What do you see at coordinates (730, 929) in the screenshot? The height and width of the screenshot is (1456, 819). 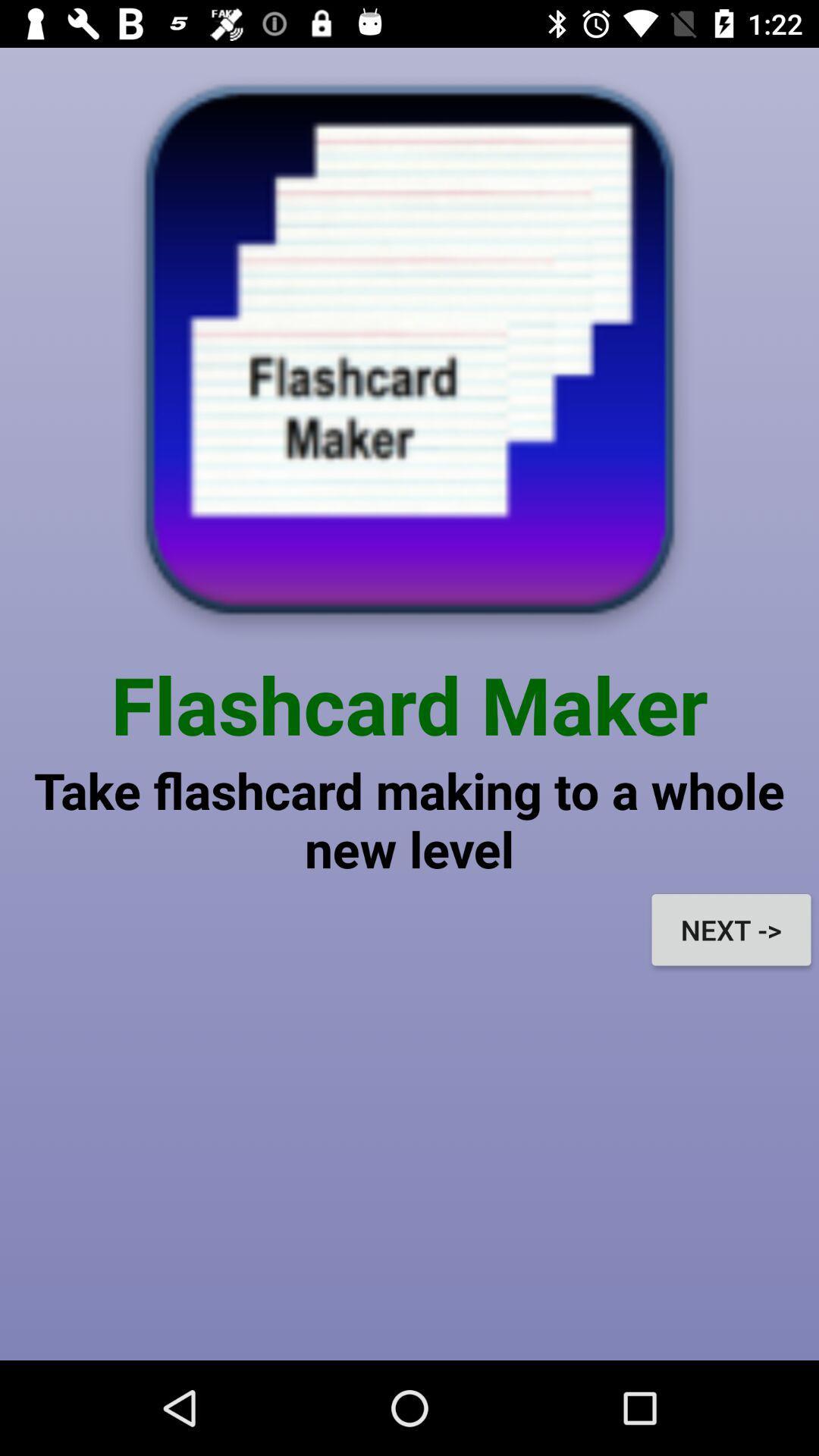 I see `app below take flashcard making item` at bounding box center [730, 929].